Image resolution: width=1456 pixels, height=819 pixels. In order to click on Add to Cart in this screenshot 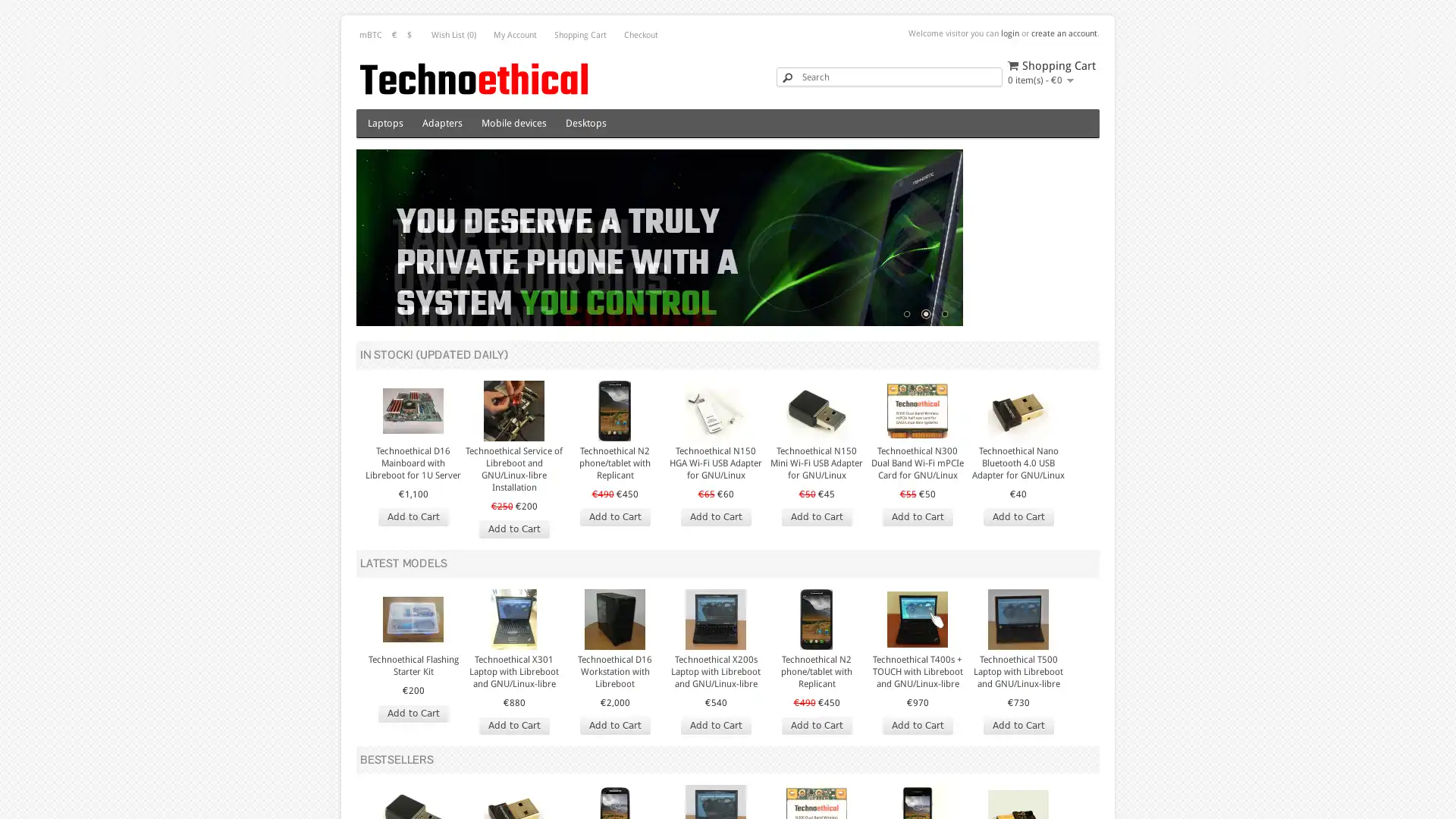, I will do `click(815, 567)`.